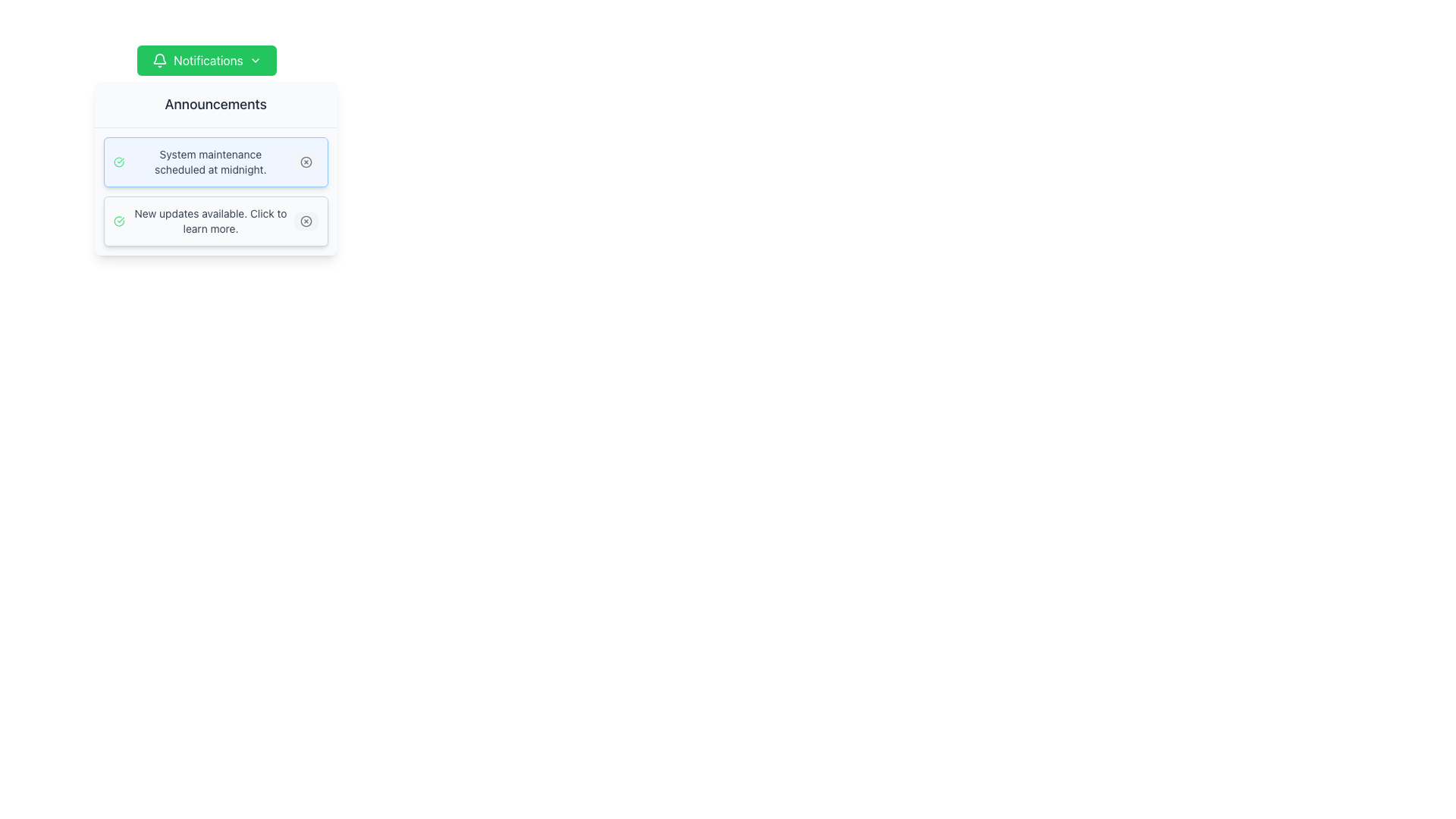 This screenshot has height=819, width=1456. I want to click on accessibility features of the dismissal button located in the notification box under 'Announcements', which is positioned to the right of the text 'New updates available. Click to learn more.', so click(305, 221).